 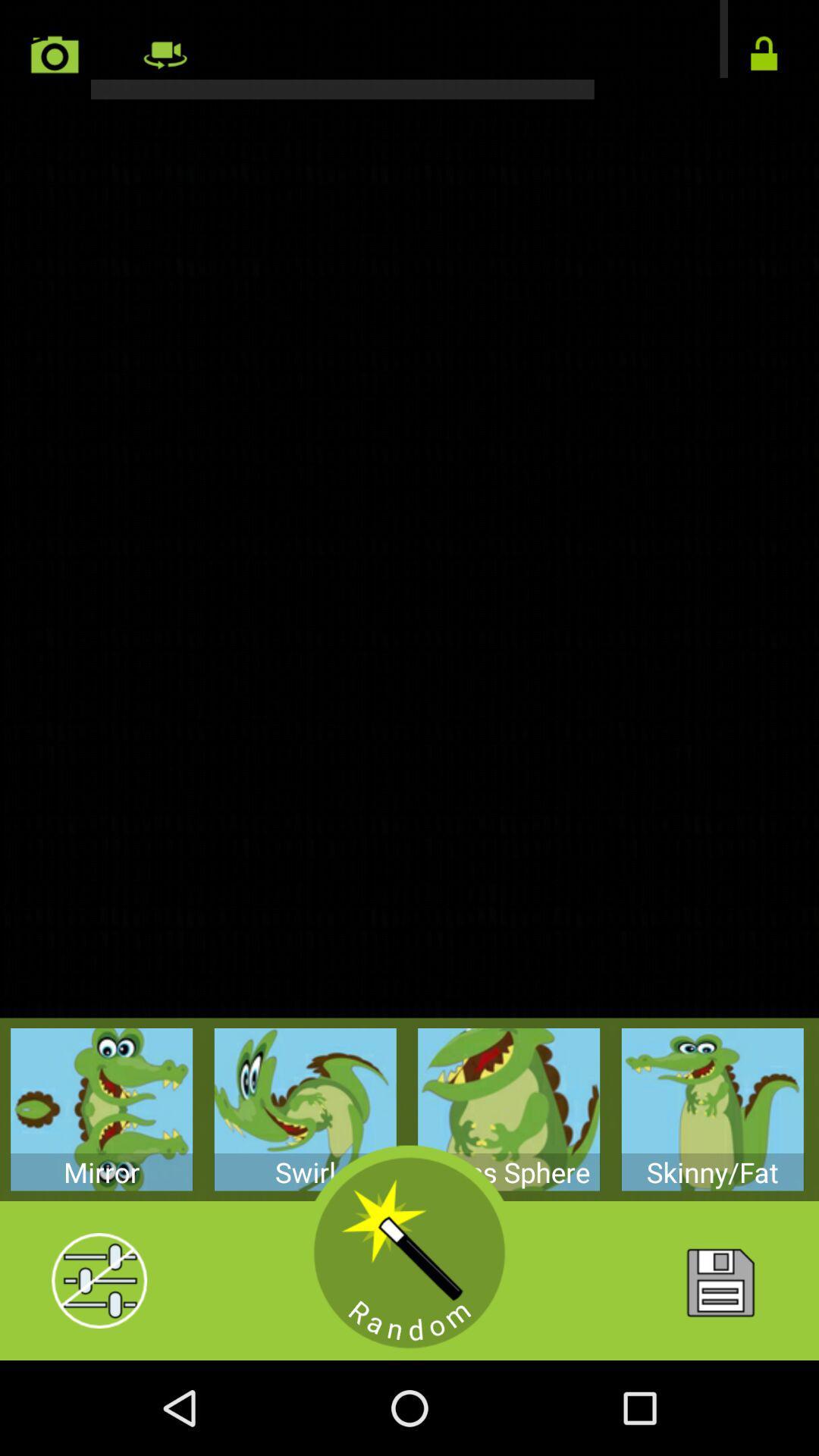 I want to click on the videocam icon, so click(x=165, y=58).